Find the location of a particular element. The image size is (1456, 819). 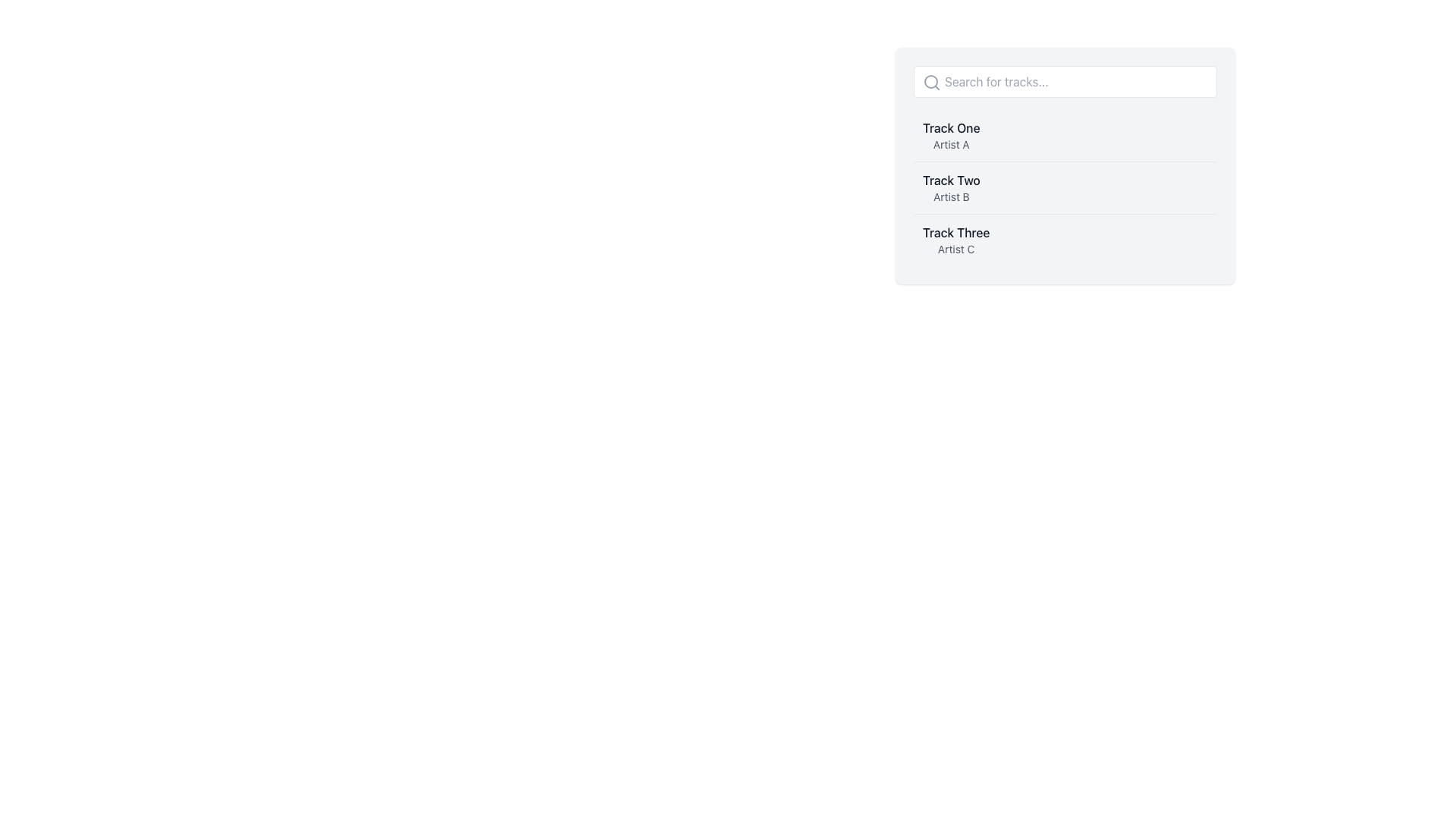

the static text label providing information about the artist associated with 'Track Three', located directly below the bold label 'Track Three' is located at coordinates (955, 248).